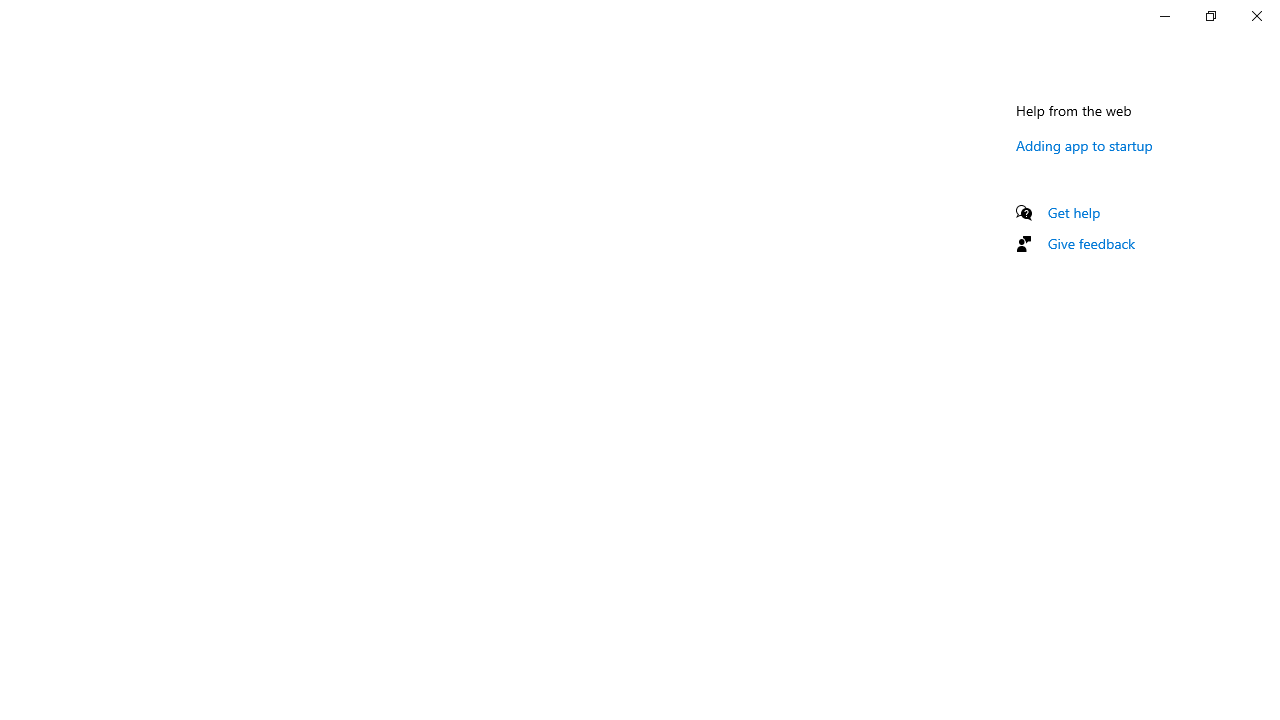  Describe the element at coordinates (1090, 242) in the screenshot. I see `'Give feedback'` at that location.